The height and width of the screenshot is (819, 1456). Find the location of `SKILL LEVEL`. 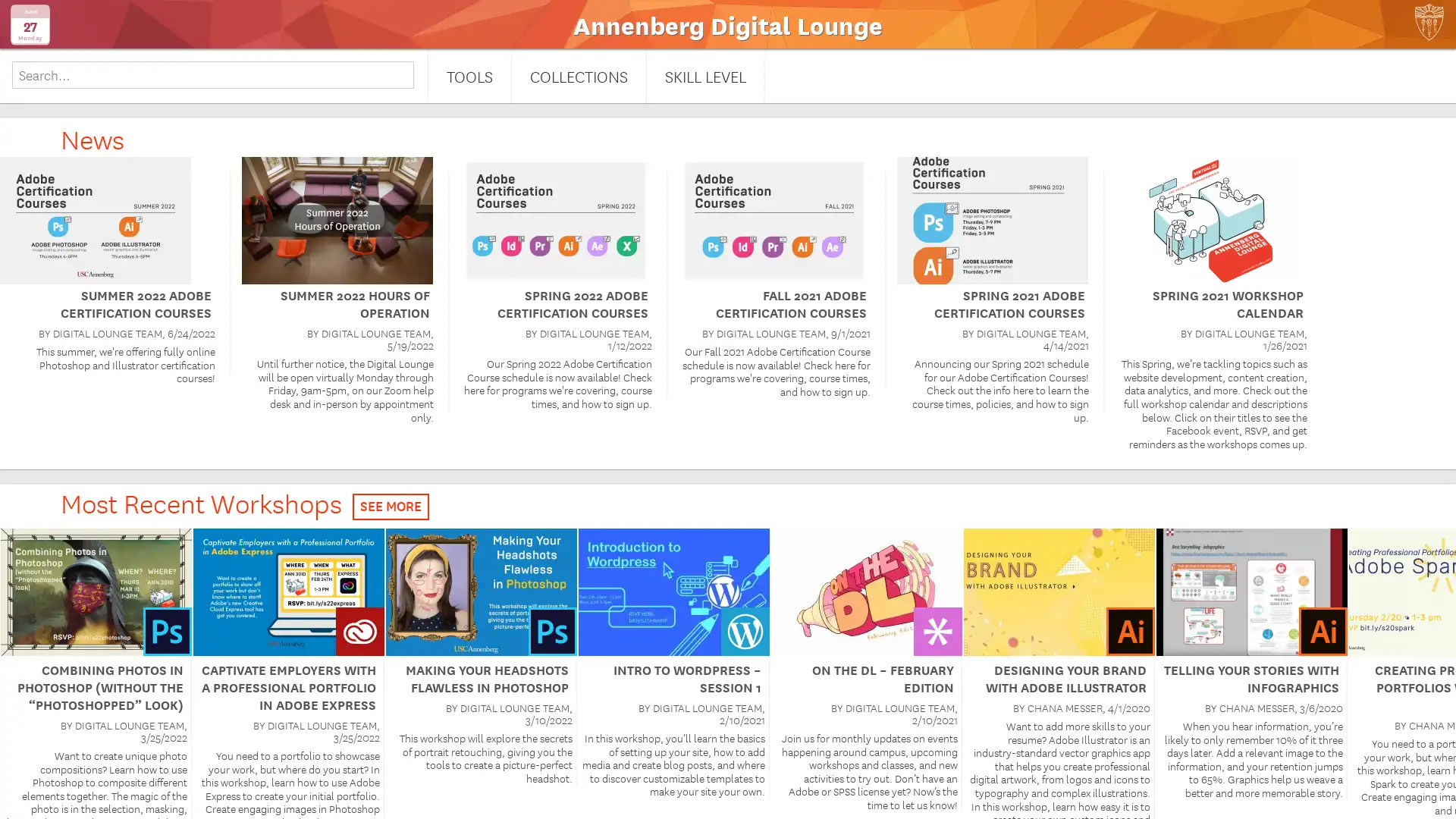

SKILL LEVEL is located at coordinates (704, 76).